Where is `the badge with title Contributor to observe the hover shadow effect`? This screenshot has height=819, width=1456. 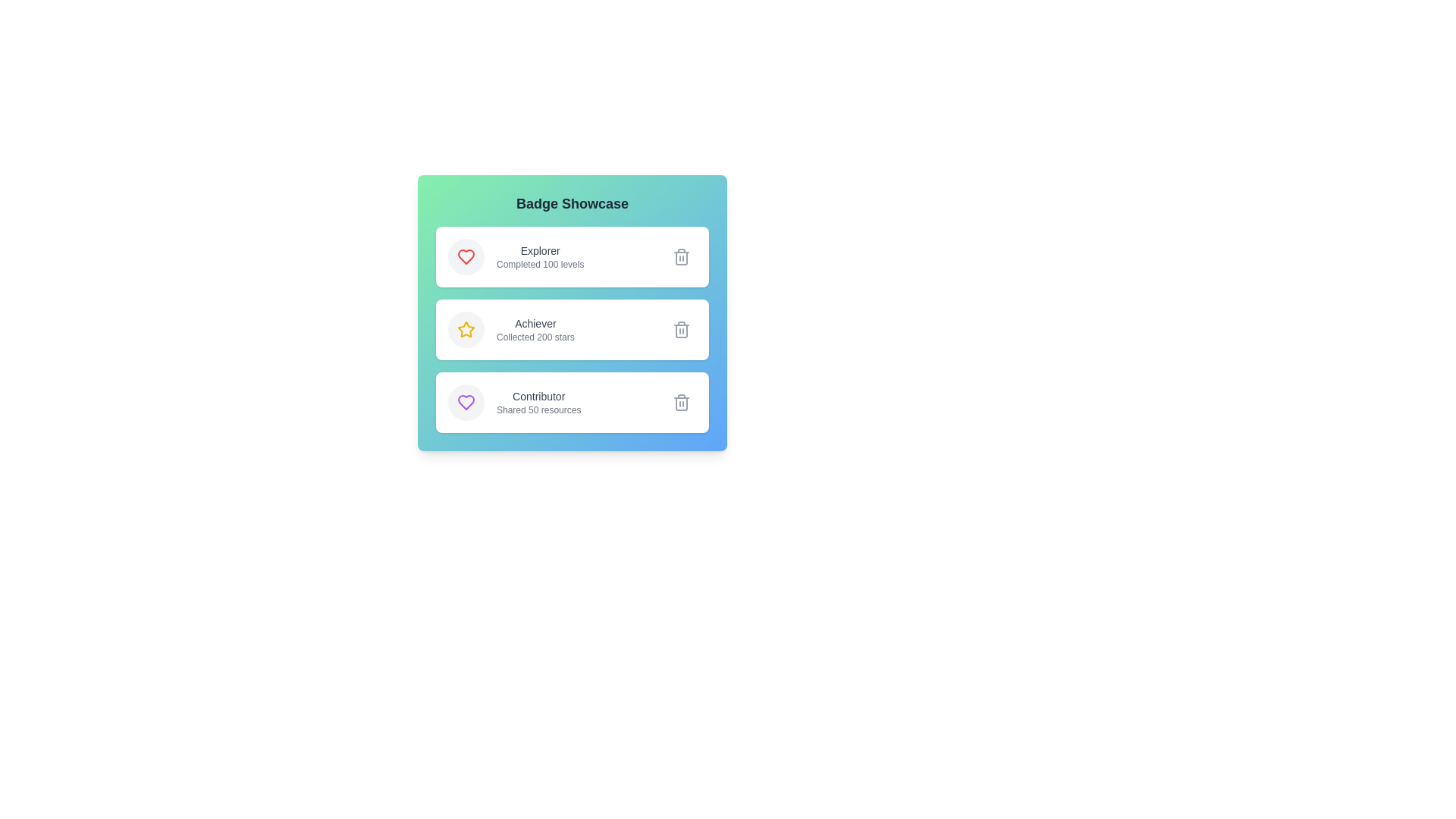 the badge with title Contributor to observe the hover shadow effect is located at coordinates (571, 402).